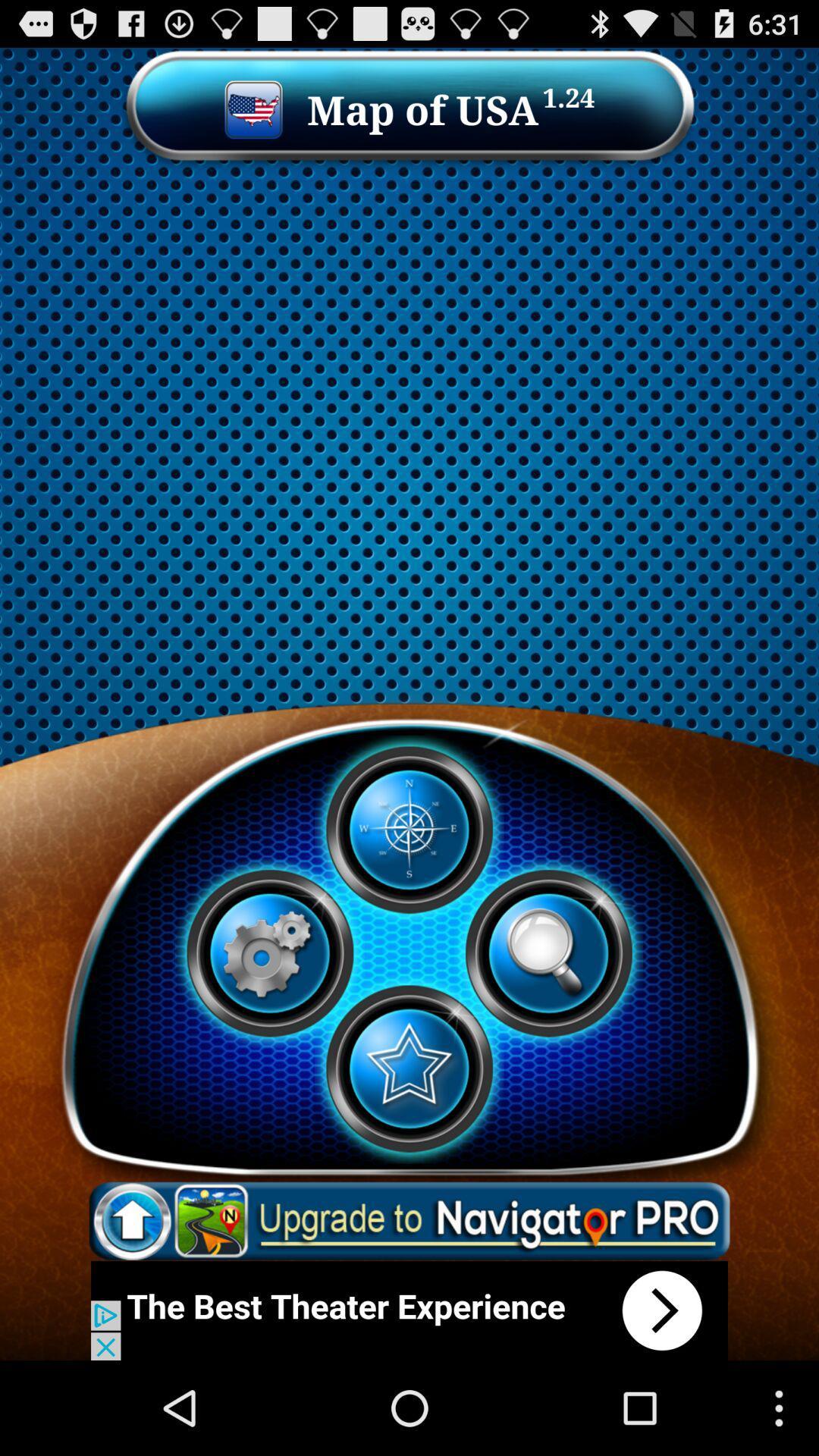 The height and width of the screenshot is (1456, 819). What do you see at coordinates (408, 1068) in the screenshot?
I see `selct the button` at bounding box center [408, 1068].